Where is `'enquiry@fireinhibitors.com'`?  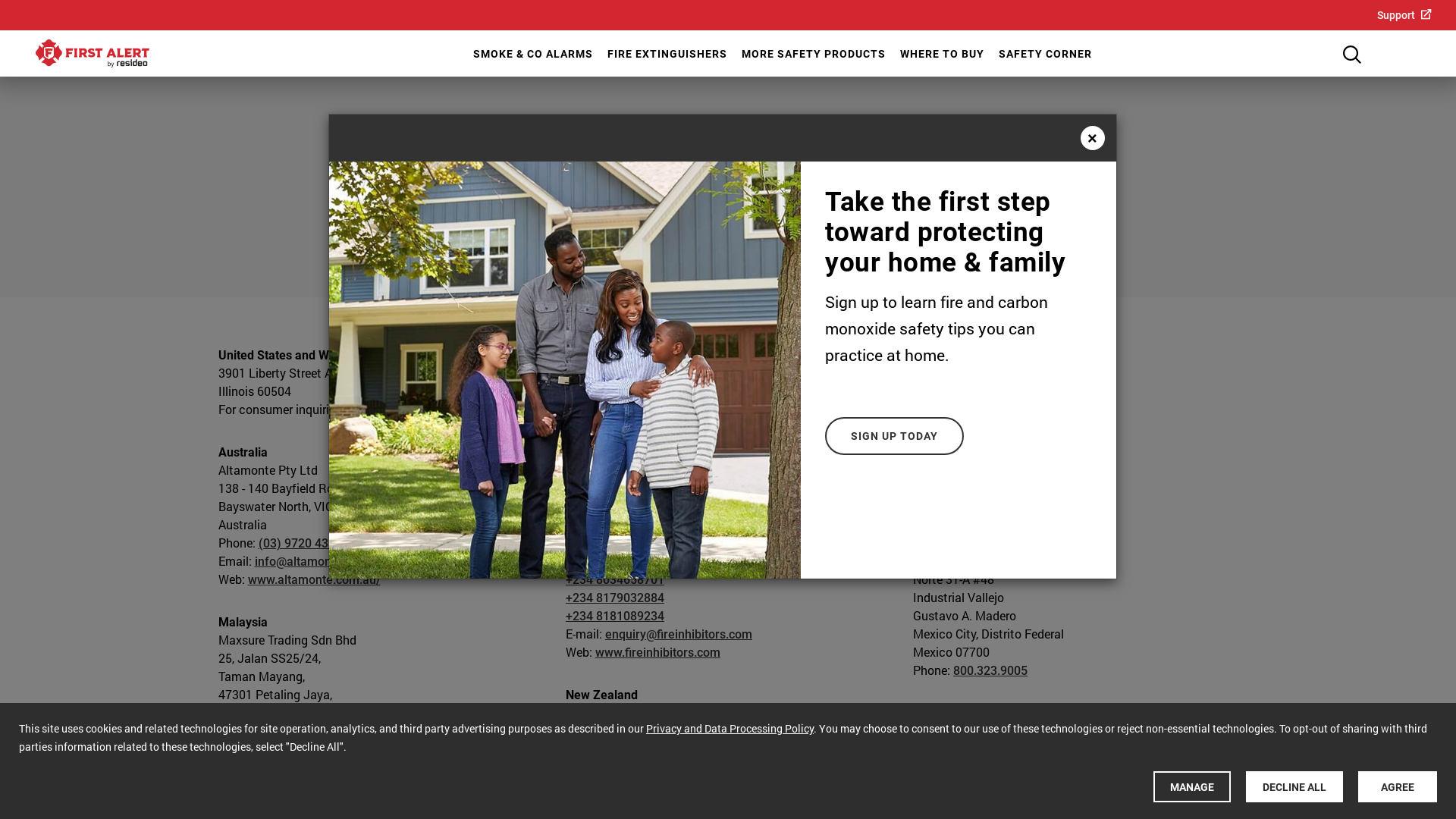 'enquiry@fireinhibitors.com' is located at coordinates (677, 633).